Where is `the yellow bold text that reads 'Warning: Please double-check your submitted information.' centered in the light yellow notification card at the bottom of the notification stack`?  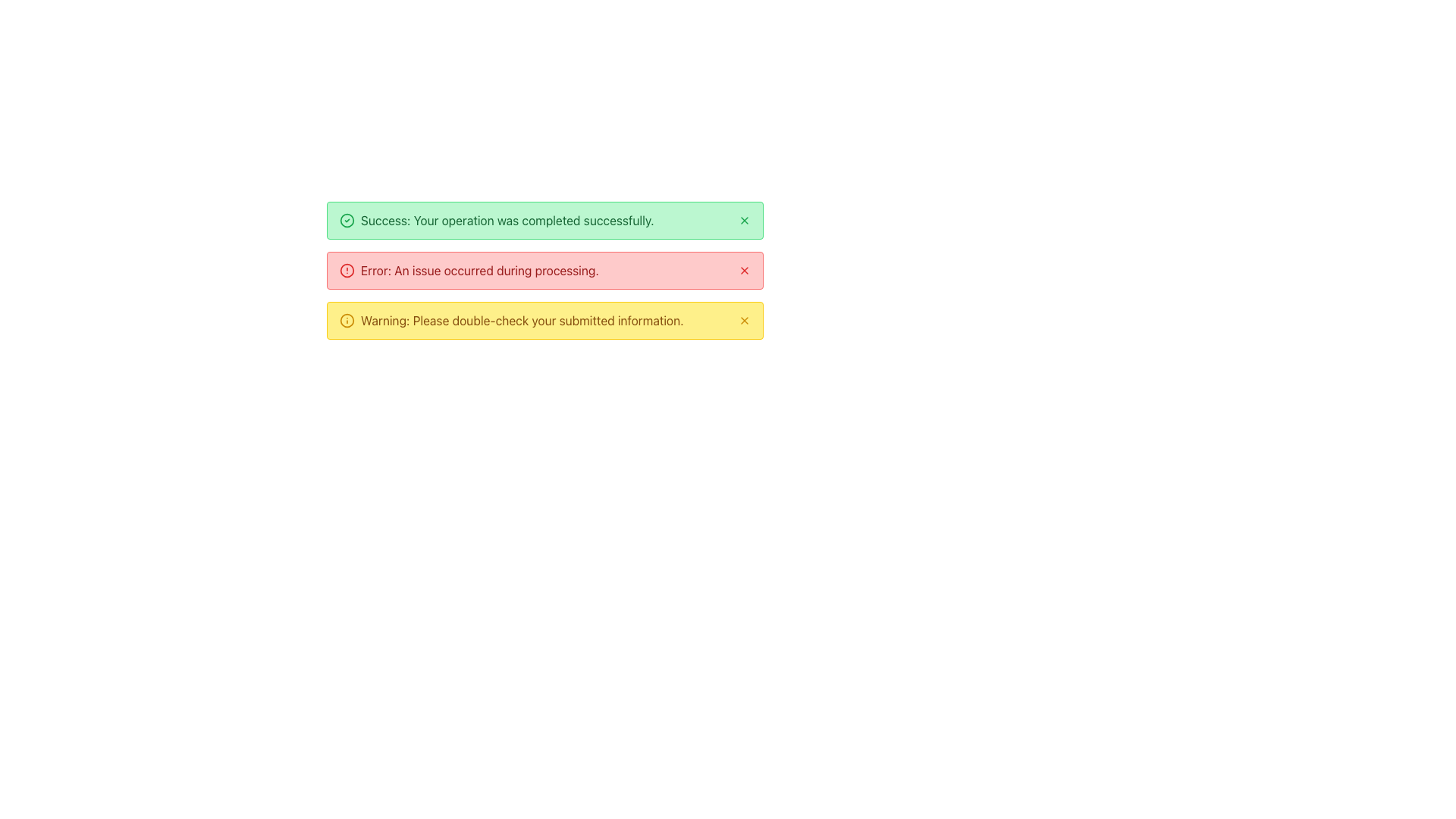
the yellow bold text that reads 'Warning: Please double-check your submitted information.' centered in the light yellow notification card at the bottom of the notification stack is located at coordinates (522, 320).